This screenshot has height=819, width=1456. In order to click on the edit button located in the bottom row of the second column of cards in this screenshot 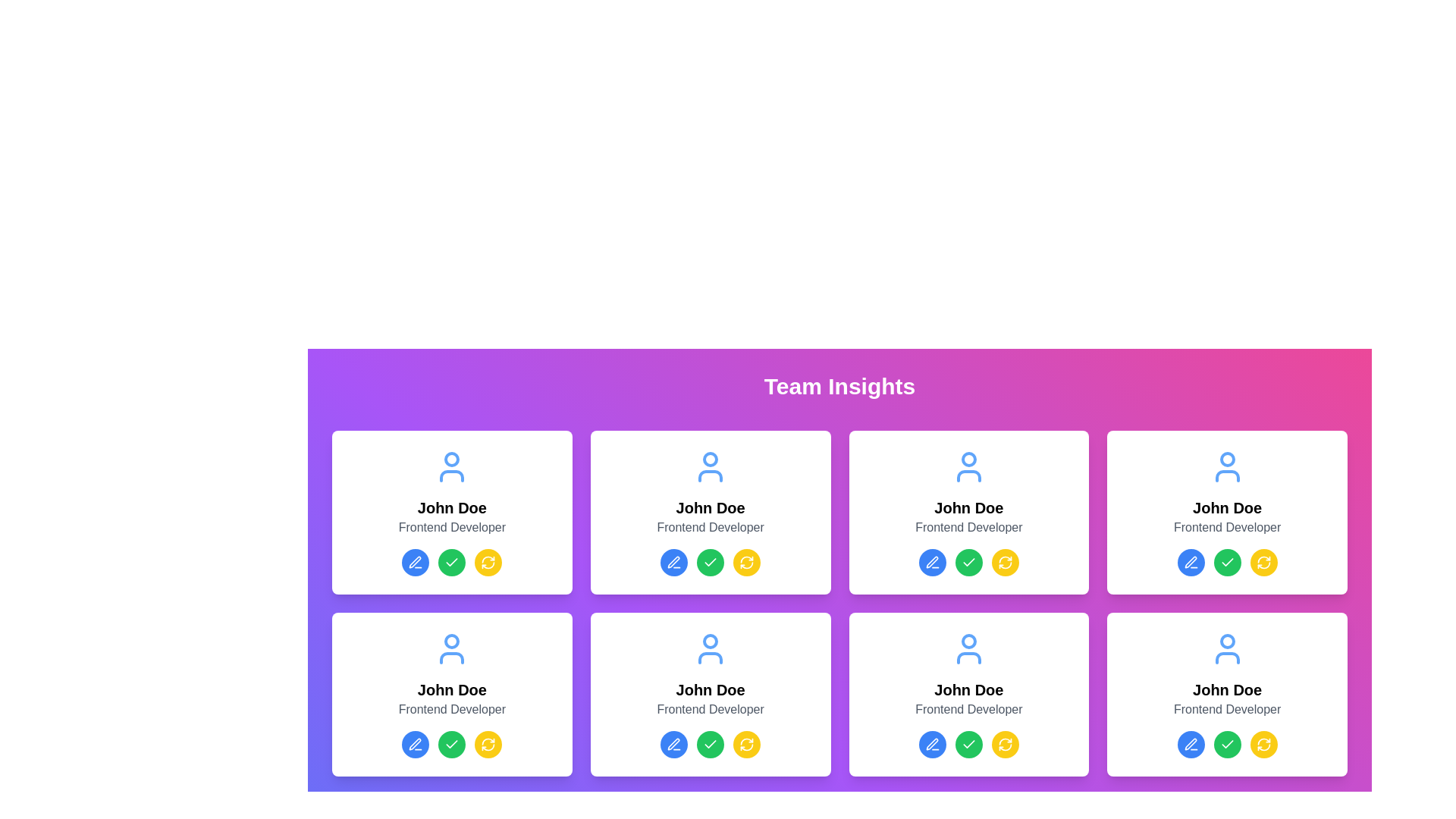, I will do `click(1190, 744)`.